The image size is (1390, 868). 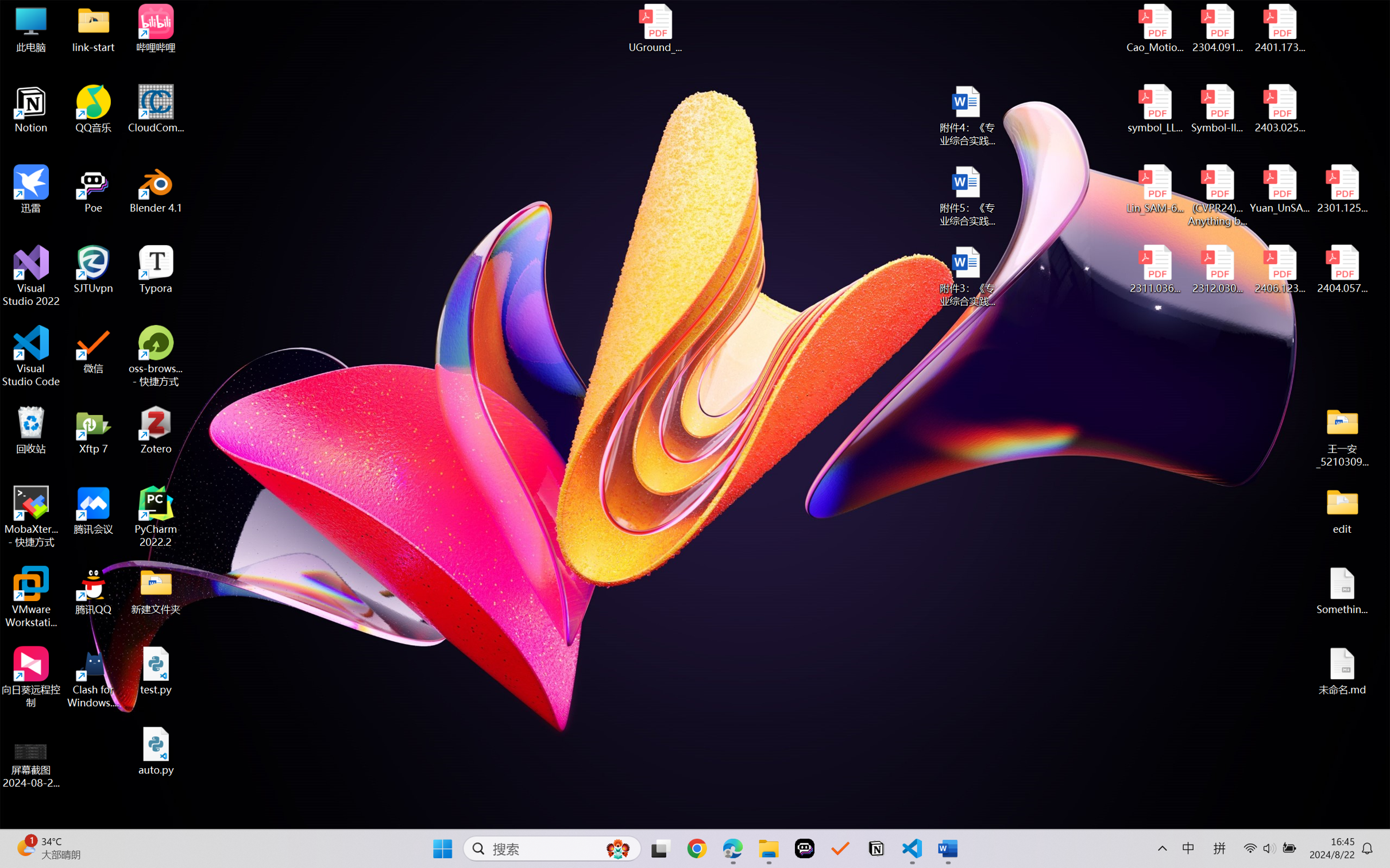 I want to click on '2401.17399v1.pdf', so click(x=1279, y=28).